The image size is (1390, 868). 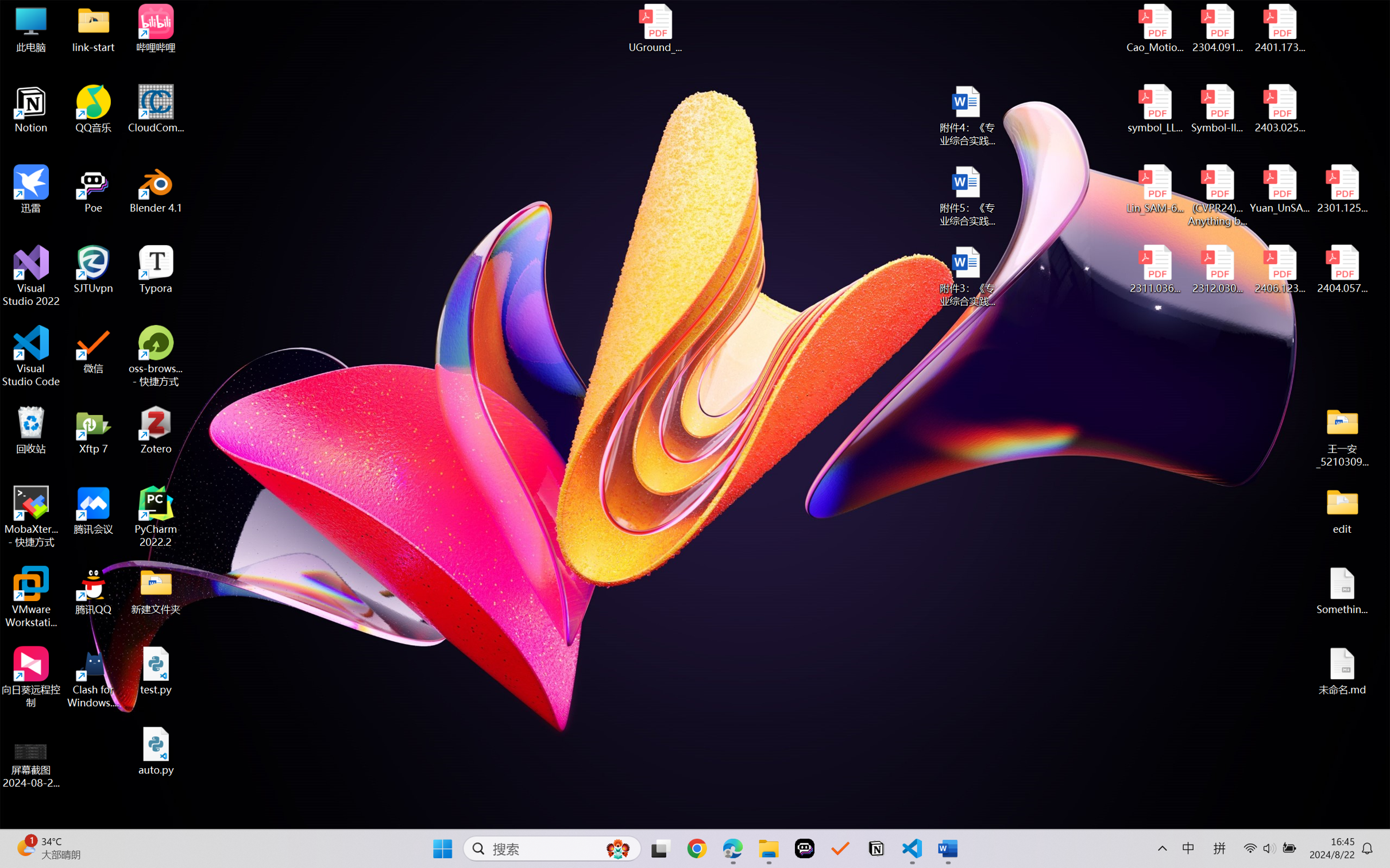 I want to click on '2401.17399v1.pdf', so click(x=1279, y=28).